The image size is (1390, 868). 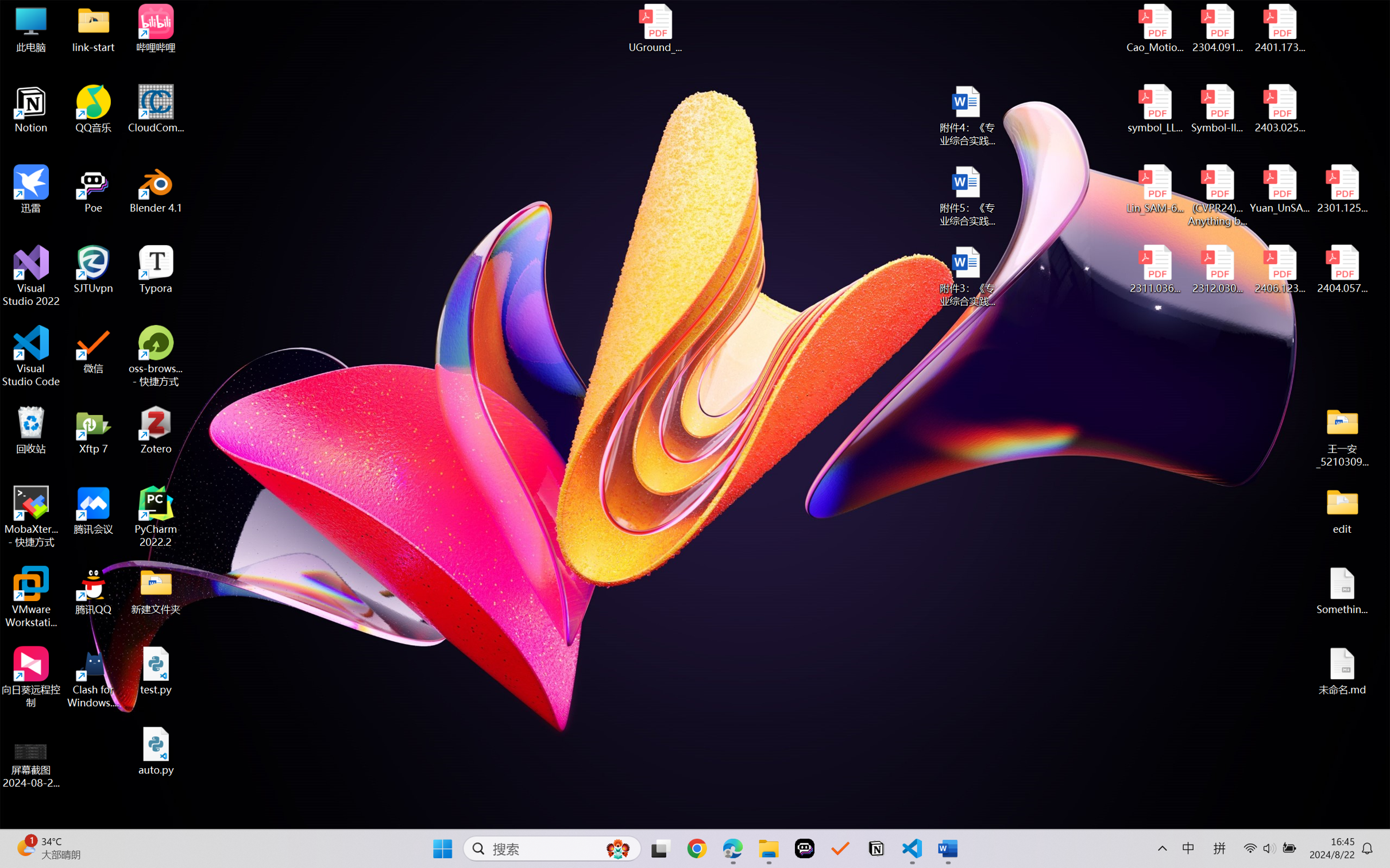 I want to click on '2401.17399v1.pdf', so click(x=1279, y=28).